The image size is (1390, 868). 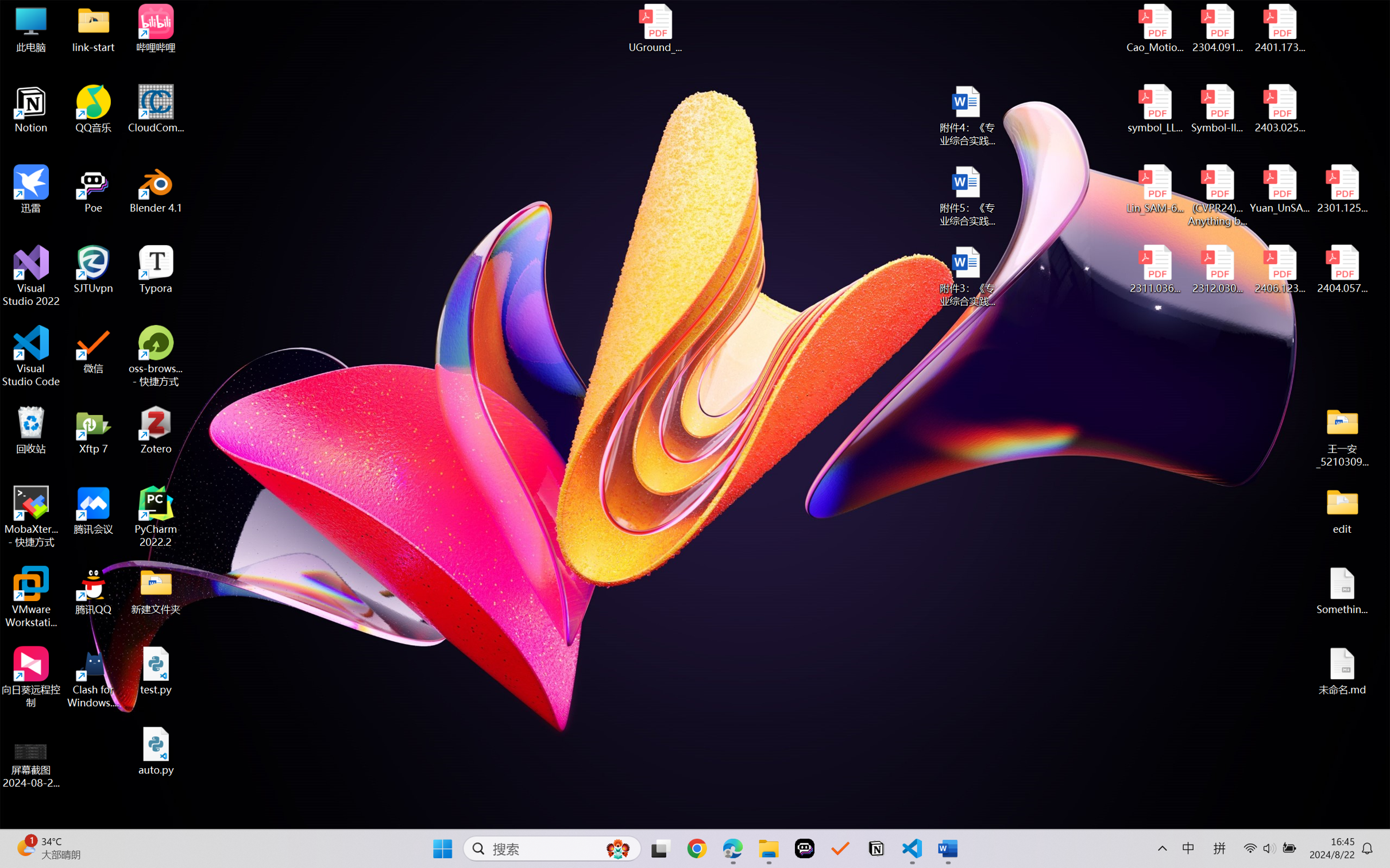 I want to click on '2401.17399v1.pdf', so click(x=1279, y=28).